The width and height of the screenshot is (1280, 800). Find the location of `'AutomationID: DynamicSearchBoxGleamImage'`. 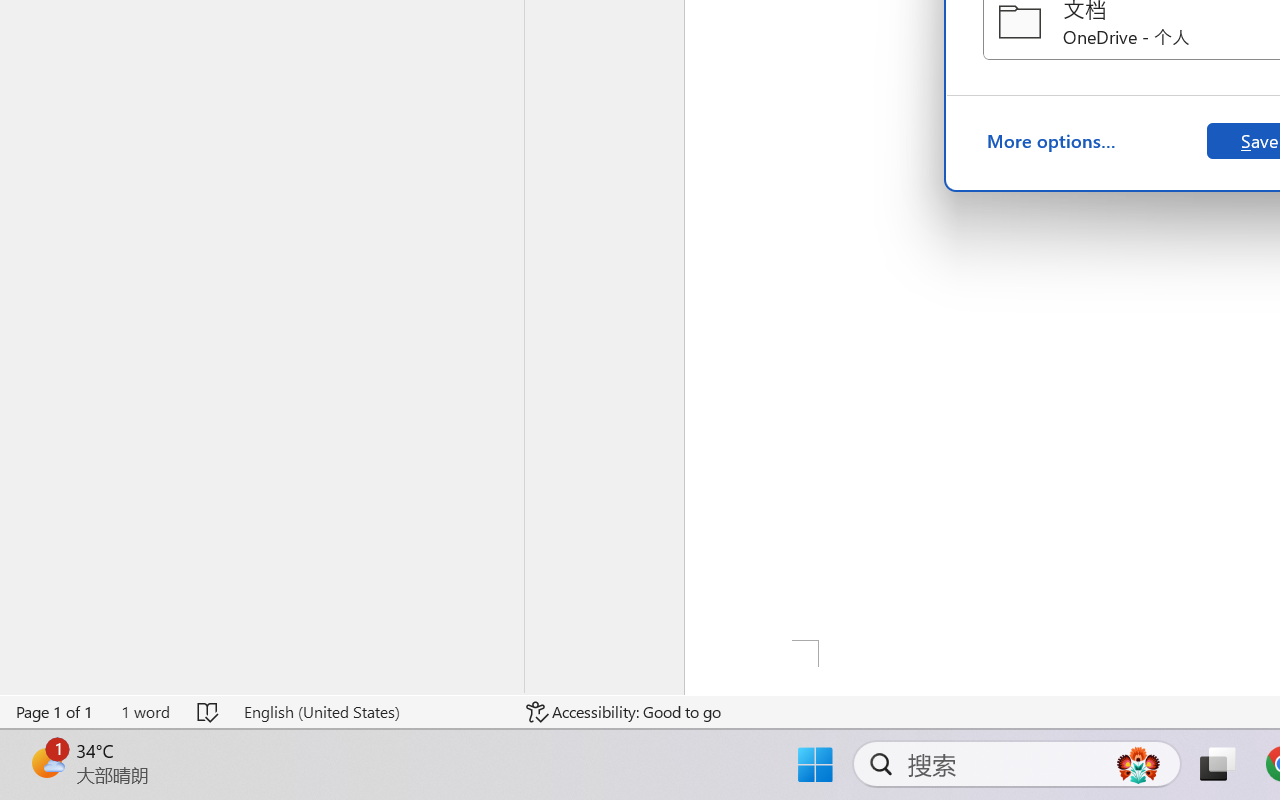

'AutomationID: DynamicSearchBoxGleamImage' is located at coordinates (1138, 764).